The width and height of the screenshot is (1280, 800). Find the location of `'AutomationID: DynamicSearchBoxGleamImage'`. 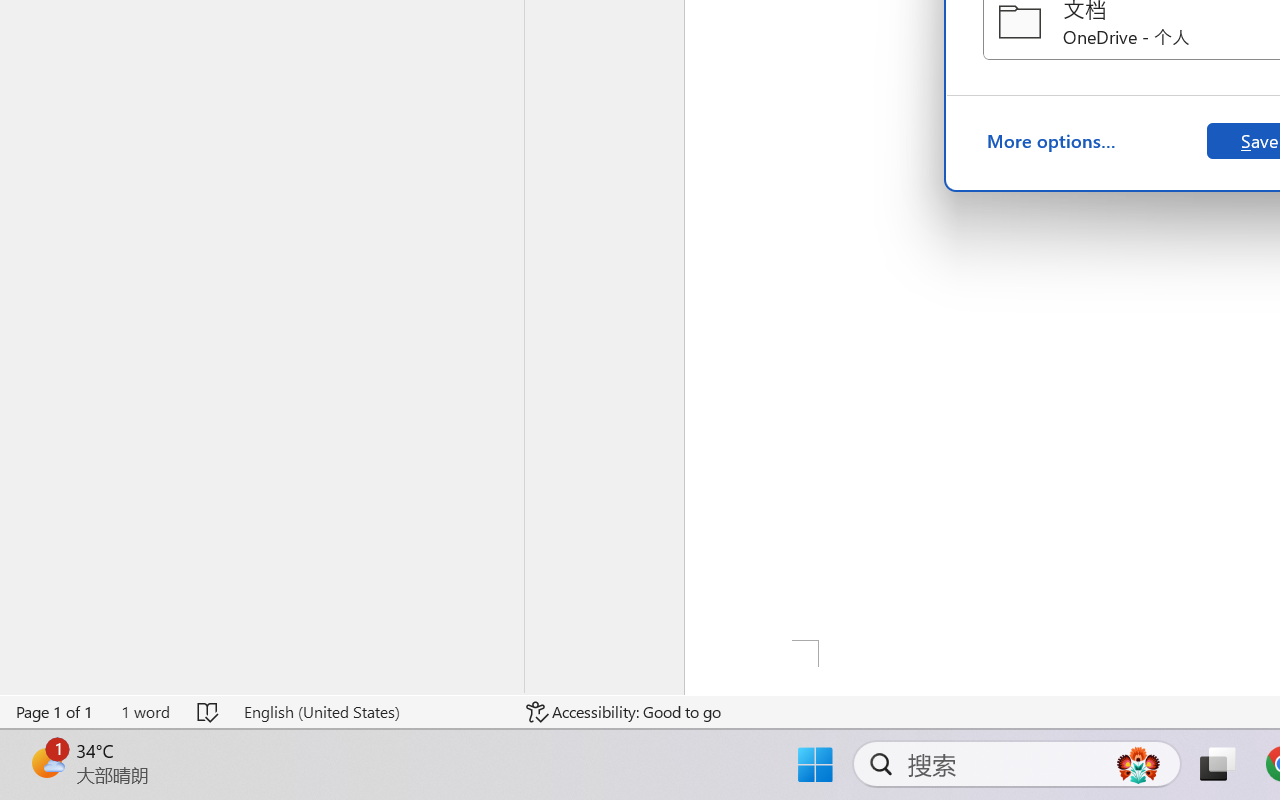

'AutomationID: DynamicSearchBoxGleamImage' is located at coordinates (1138, 764).